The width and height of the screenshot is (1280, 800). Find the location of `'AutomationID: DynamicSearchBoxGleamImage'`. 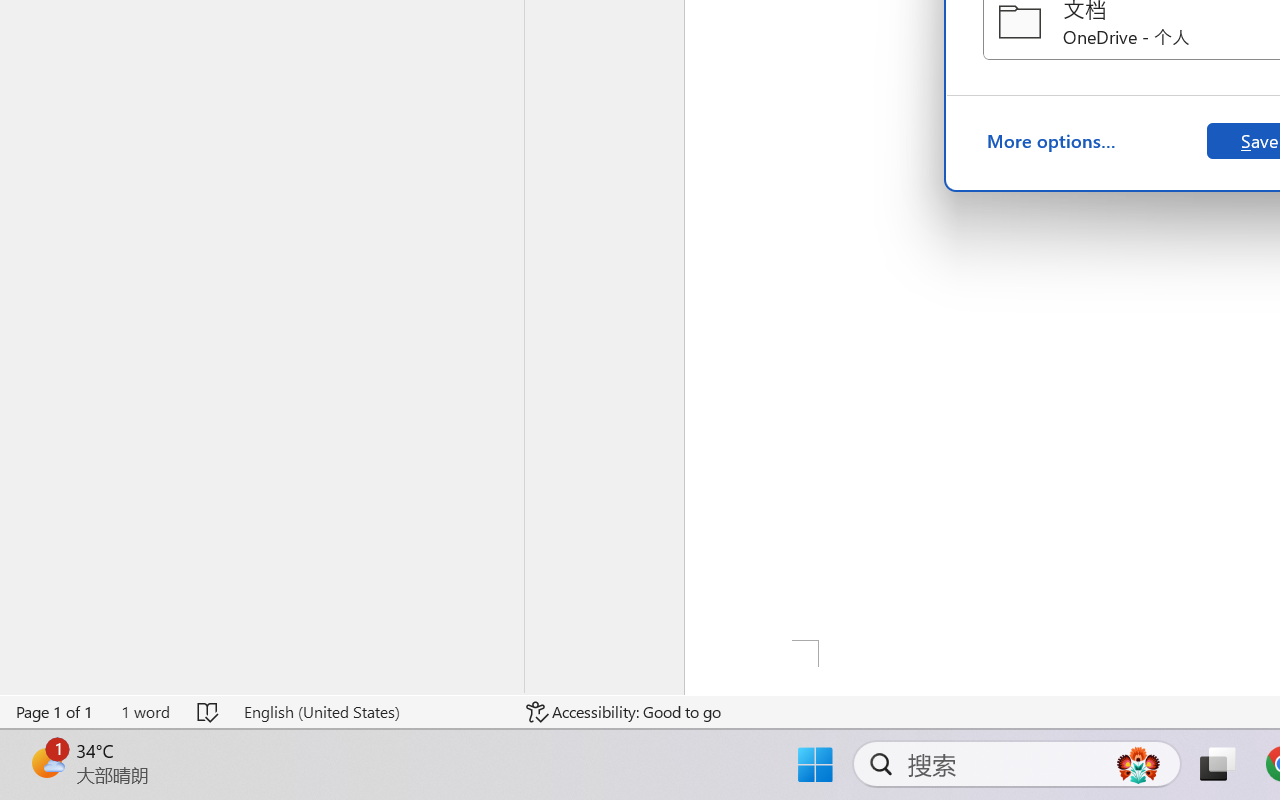

'AutomationID: DynamicSearchBoxGleamImage' is located at coordinates (1138, 764).